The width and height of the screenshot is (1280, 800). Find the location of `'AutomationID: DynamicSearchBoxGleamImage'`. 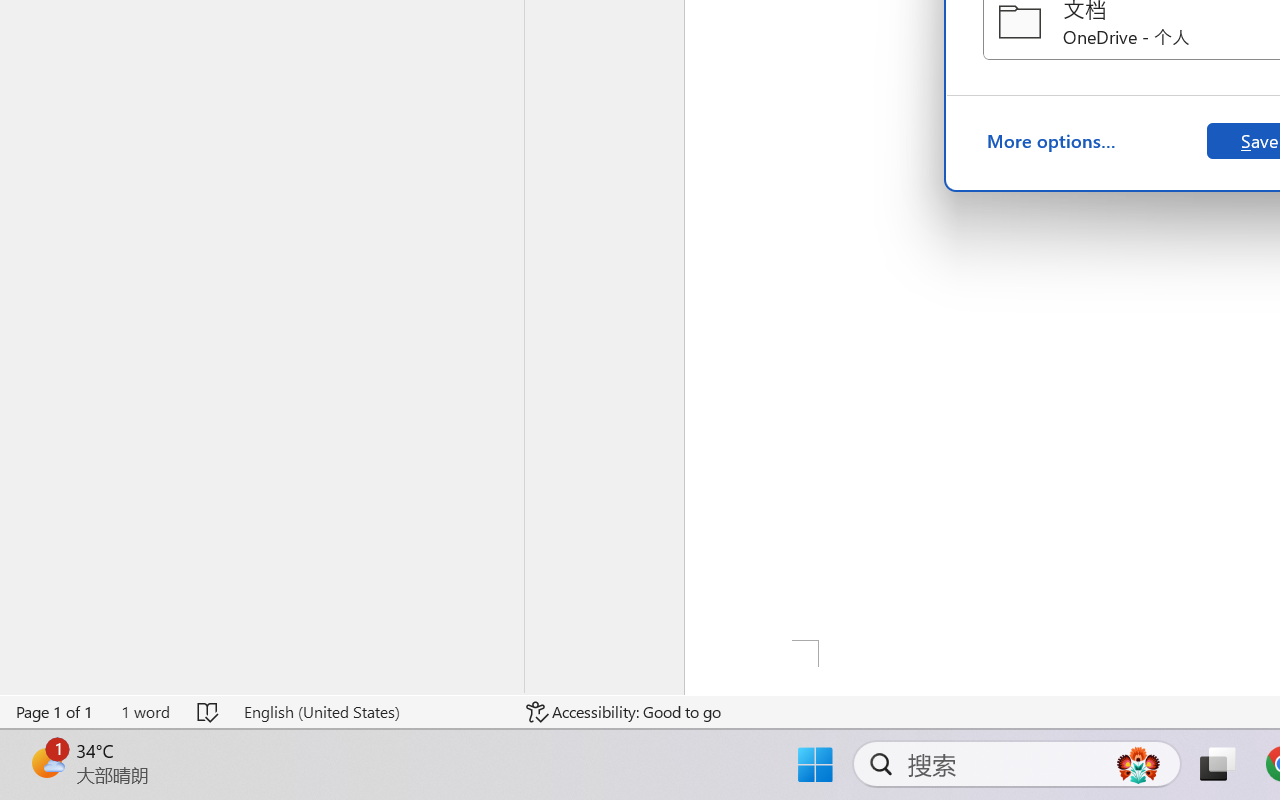

'AutomationID: DynamicSearchBoxGleamImage' is located at coordinates (1138, 764).